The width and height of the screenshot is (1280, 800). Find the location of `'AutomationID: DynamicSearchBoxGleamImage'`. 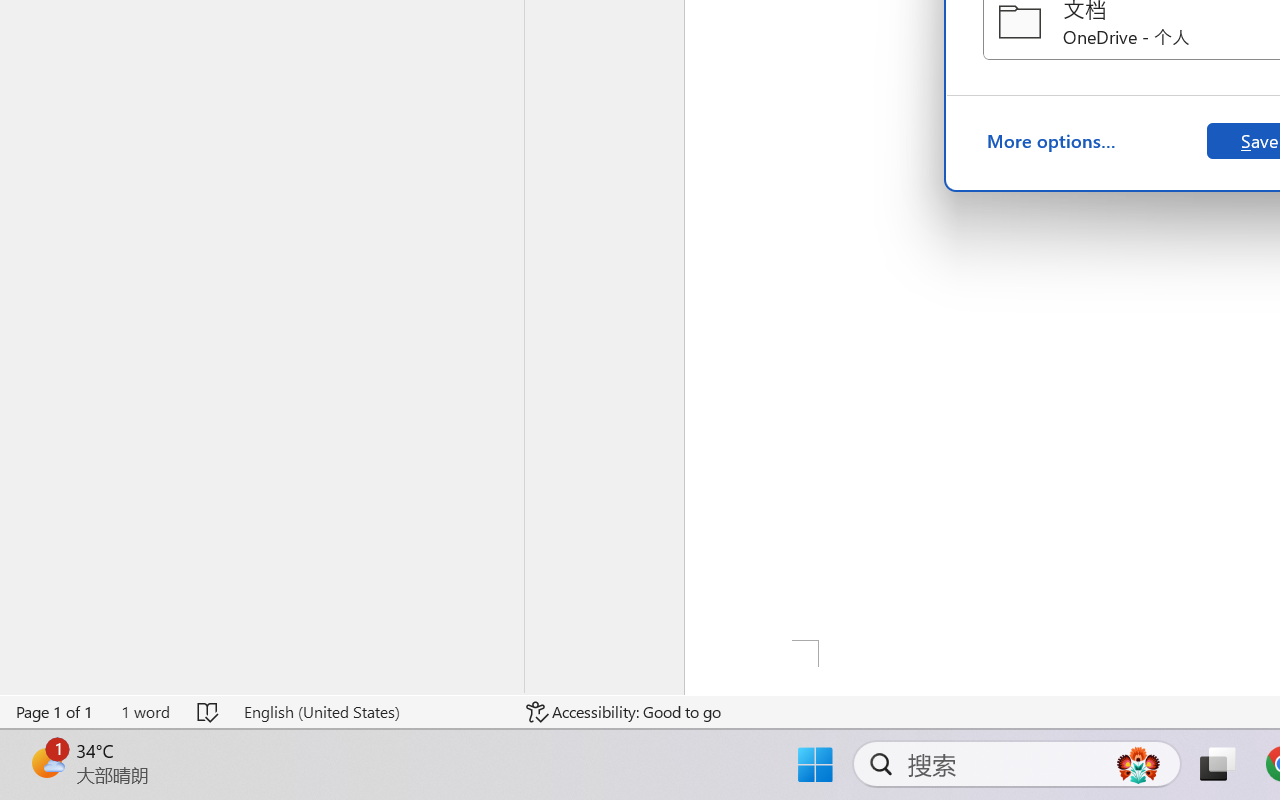

'AutomationID: DynamicSearchBoxGleamImage' is located at coordinates (1138, 764).